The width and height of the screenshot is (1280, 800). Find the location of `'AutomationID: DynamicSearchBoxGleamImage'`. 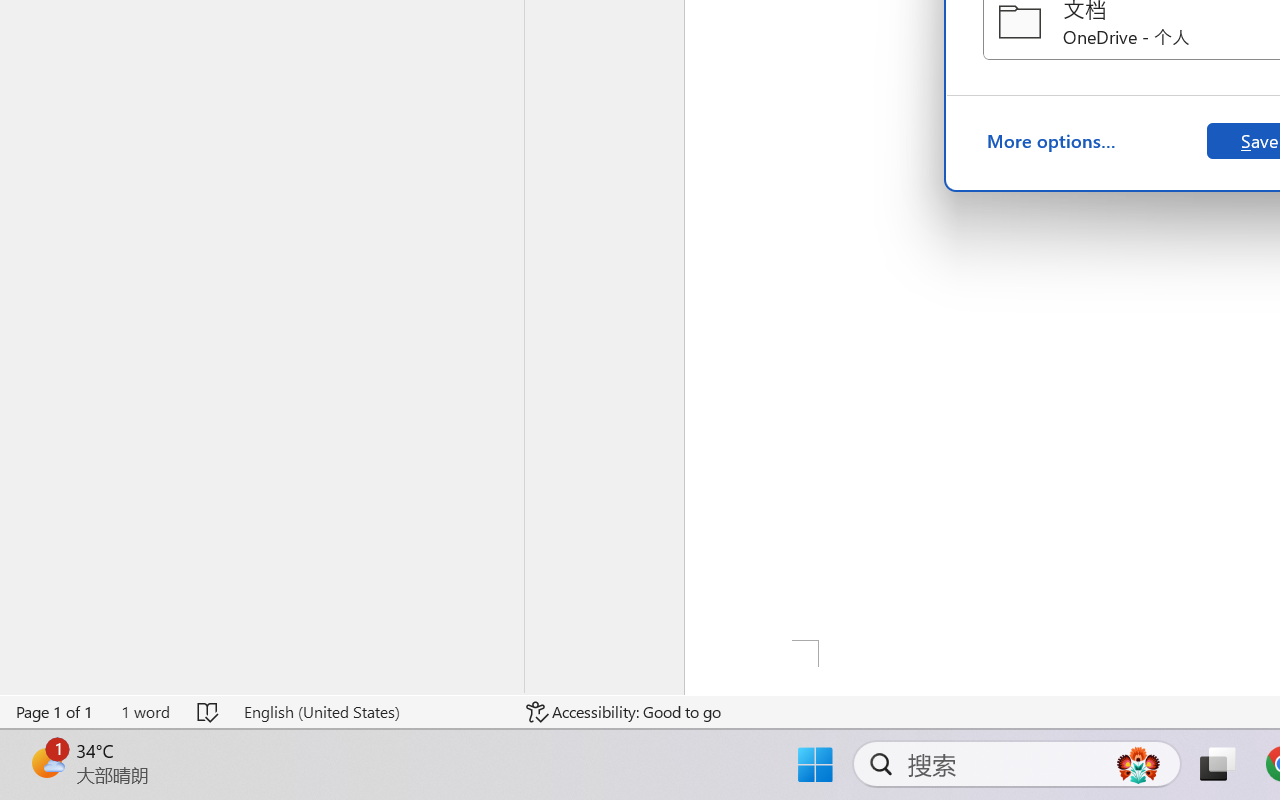

'AutomationID: DynamicSearchBoxGleamImage' is located at coordinates (1138, 764).